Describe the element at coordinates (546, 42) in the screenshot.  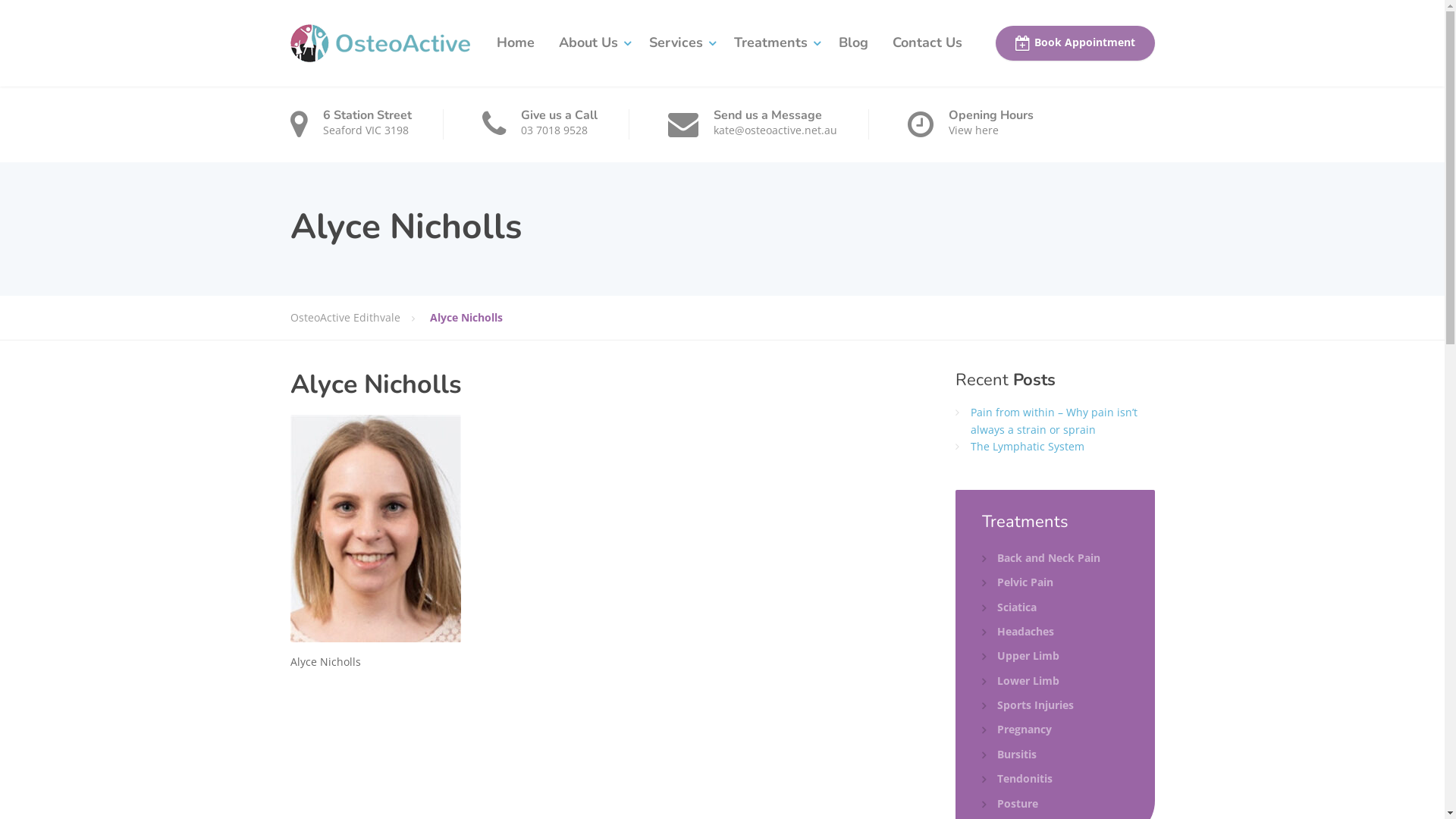
I see `'About Us'` at that location.